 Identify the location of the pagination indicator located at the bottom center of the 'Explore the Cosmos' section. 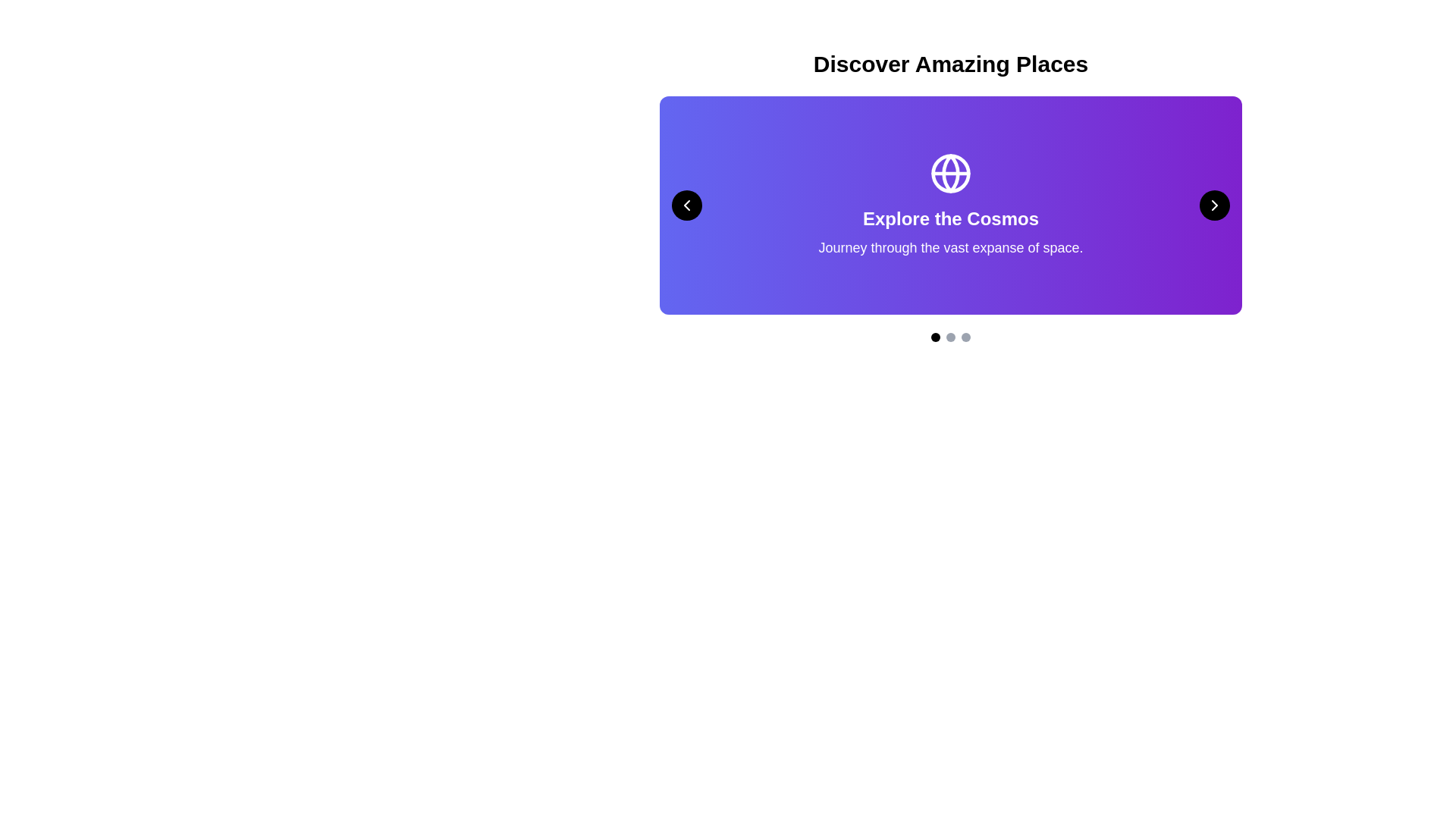
(949, 336).